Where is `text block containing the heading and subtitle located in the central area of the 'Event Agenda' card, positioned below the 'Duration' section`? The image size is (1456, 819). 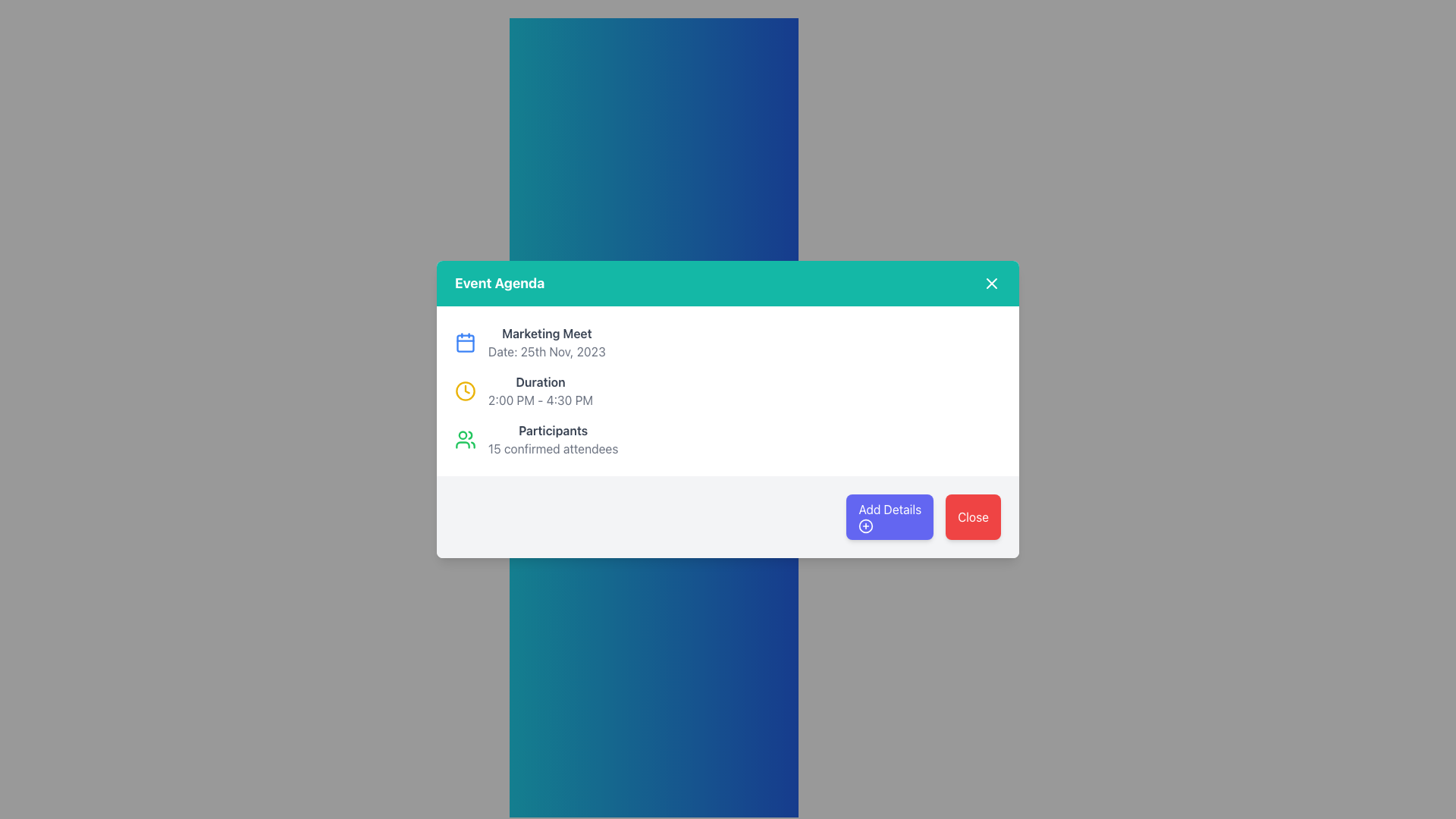
text block containing the heading and subtitle located in the central area of the 'Event Agenda' card, positioned below the 'Duration' section is located at coordinates (552, 439).